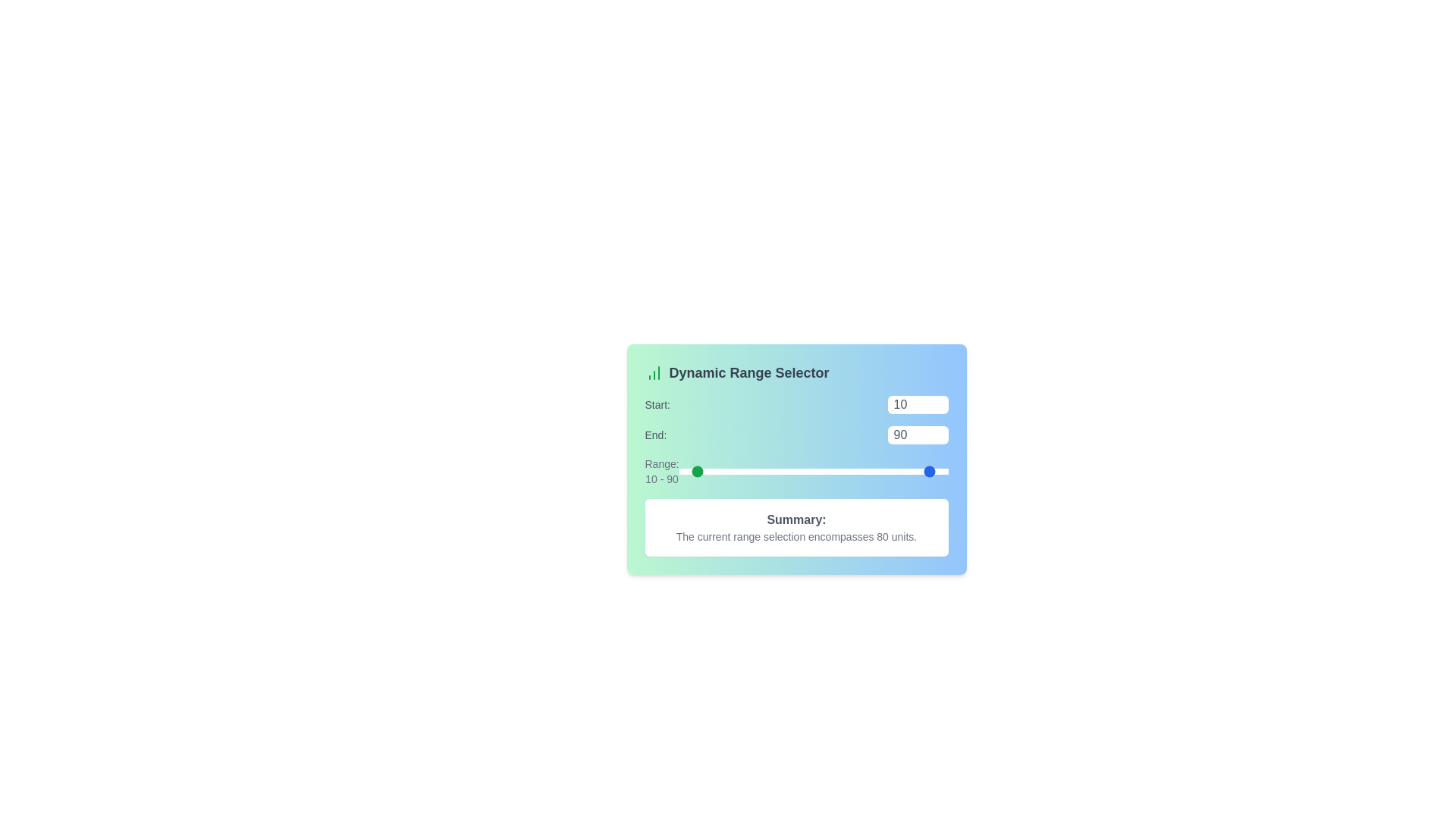  I want to click on the 'Start' range value to 36 using the input box, so click(917, 403).